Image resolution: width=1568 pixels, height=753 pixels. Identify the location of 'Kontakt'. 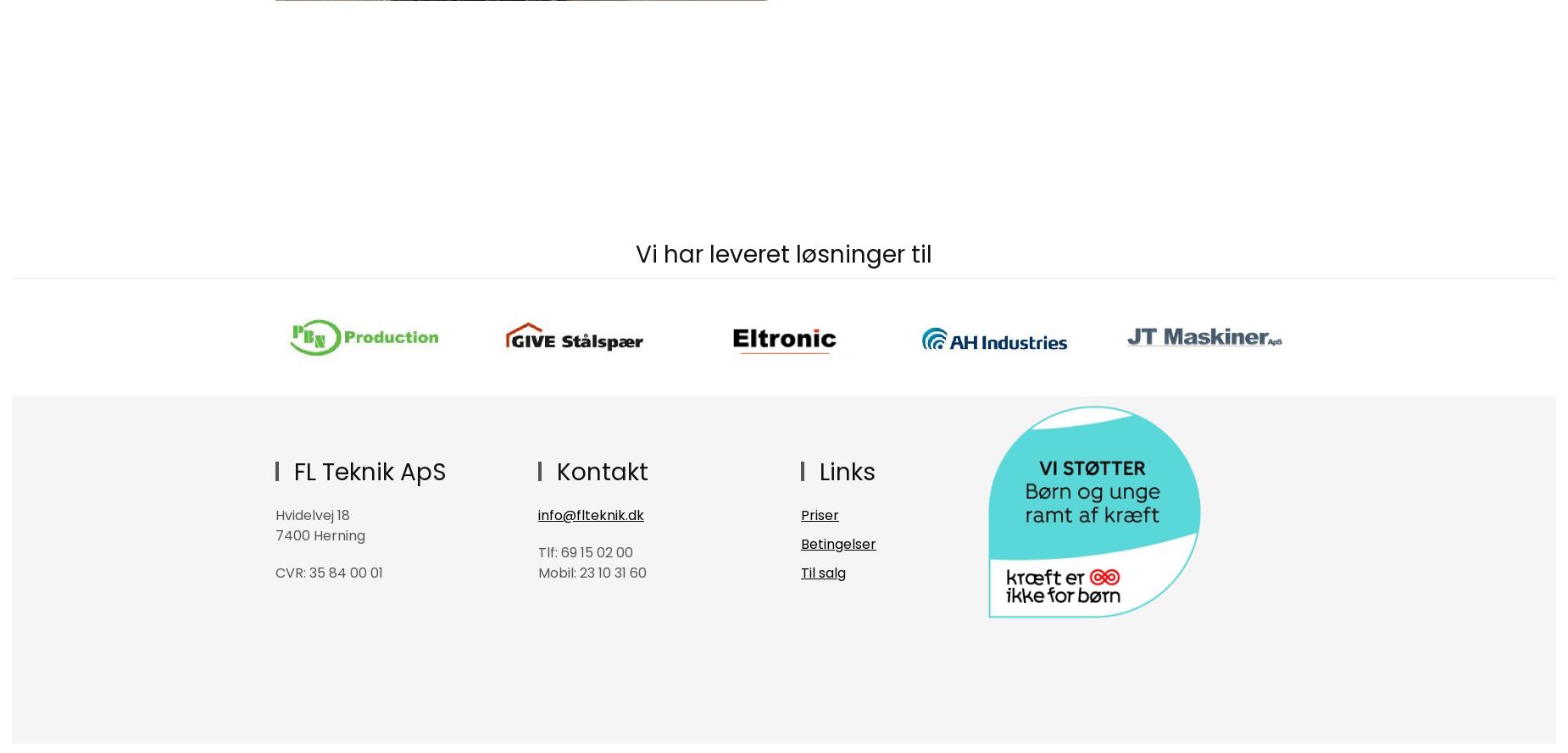
(598, 472).